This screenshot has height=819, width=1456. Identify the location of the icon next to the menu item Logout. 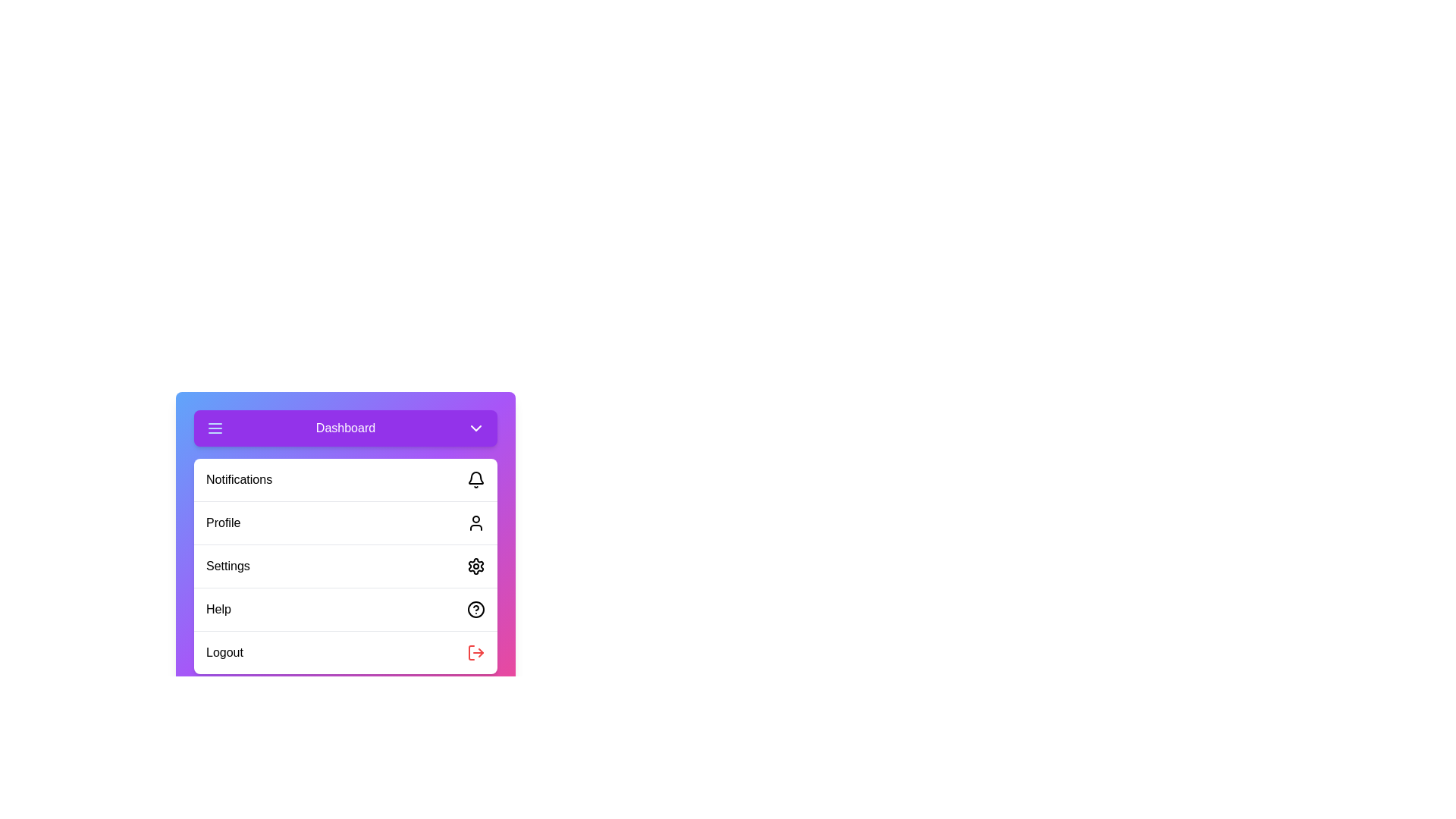
(475, 651).